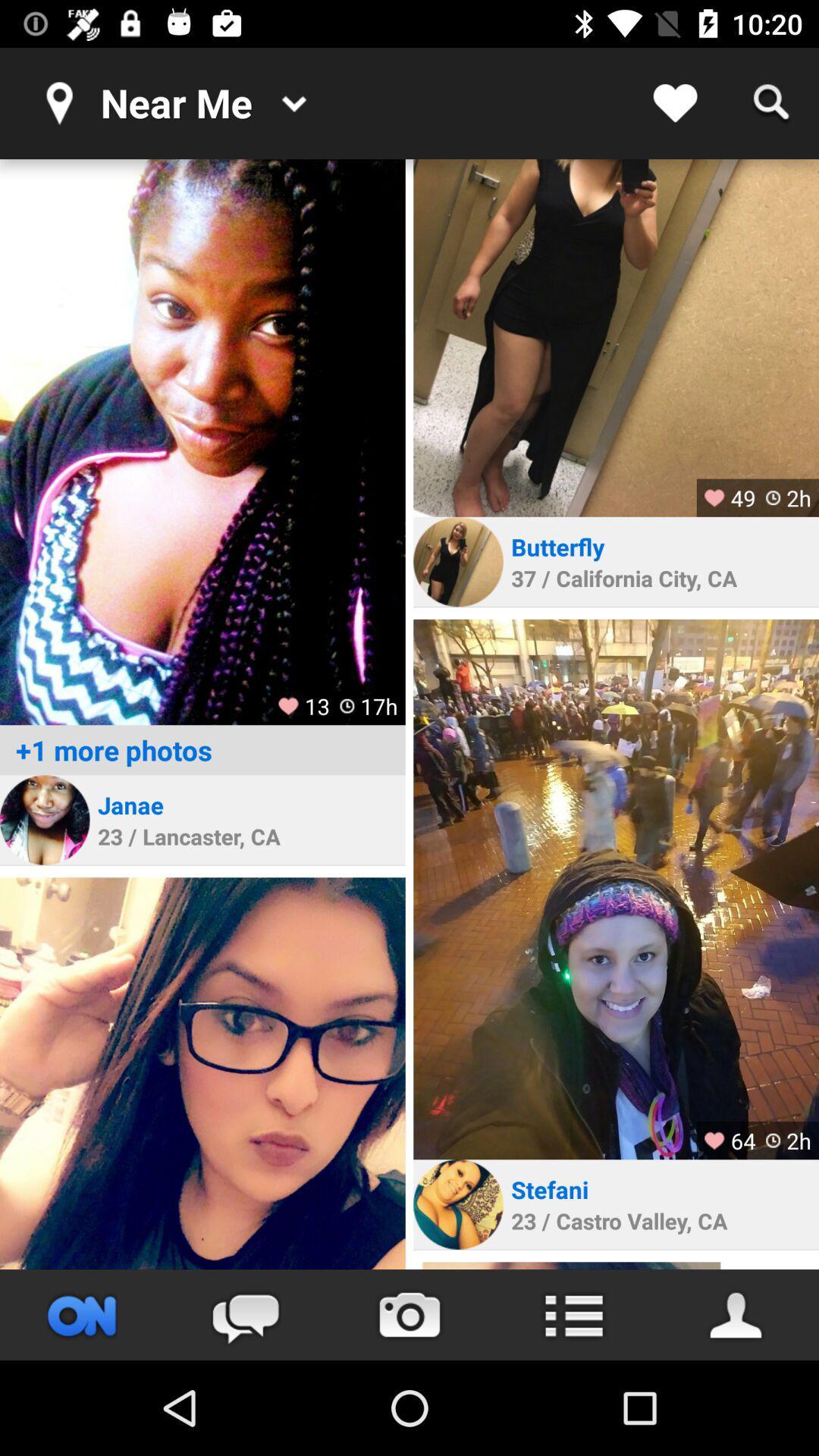  I want to click on profile, so click(44, 819).